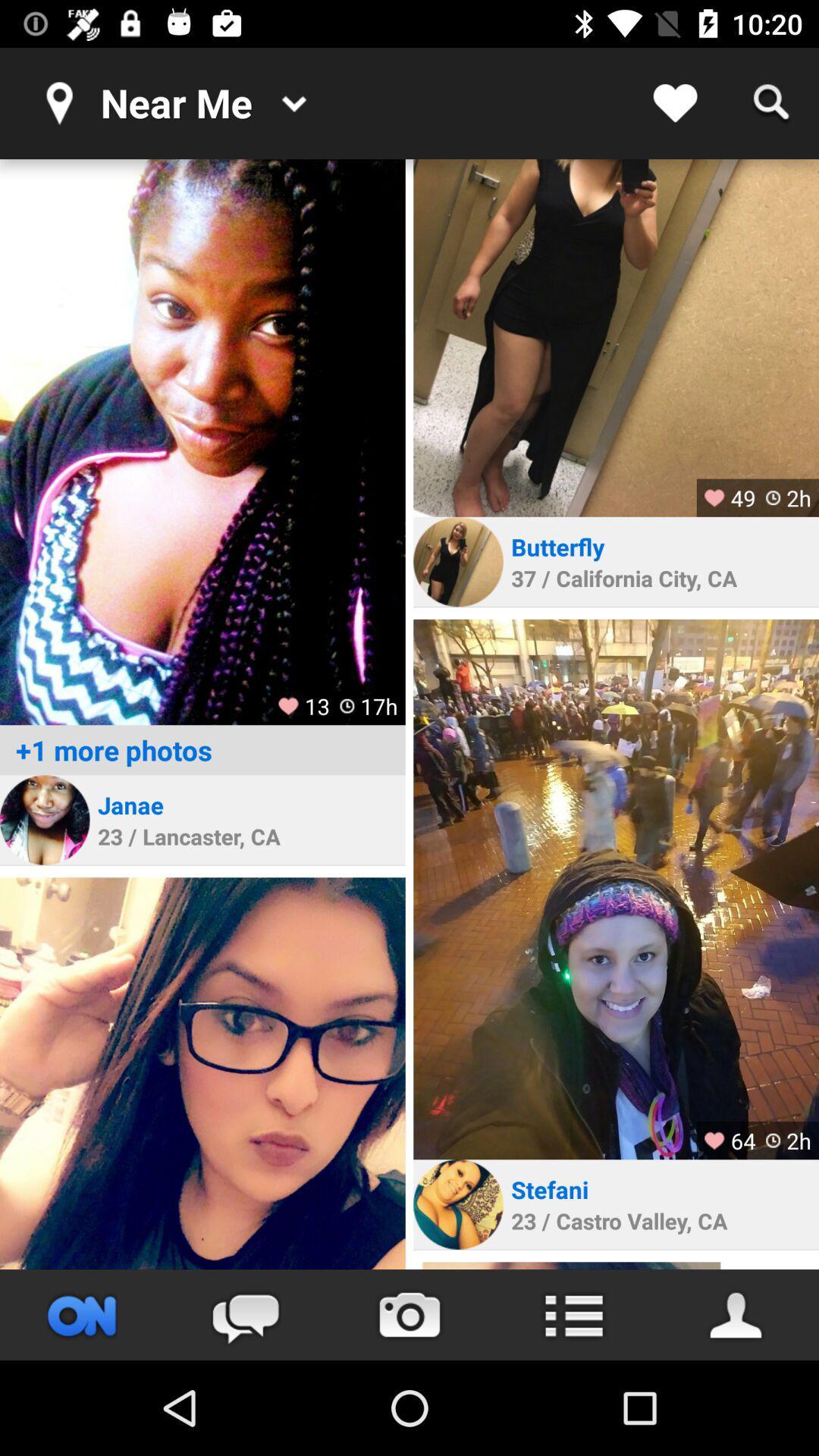  I want to click on profile, so click(44, 819).